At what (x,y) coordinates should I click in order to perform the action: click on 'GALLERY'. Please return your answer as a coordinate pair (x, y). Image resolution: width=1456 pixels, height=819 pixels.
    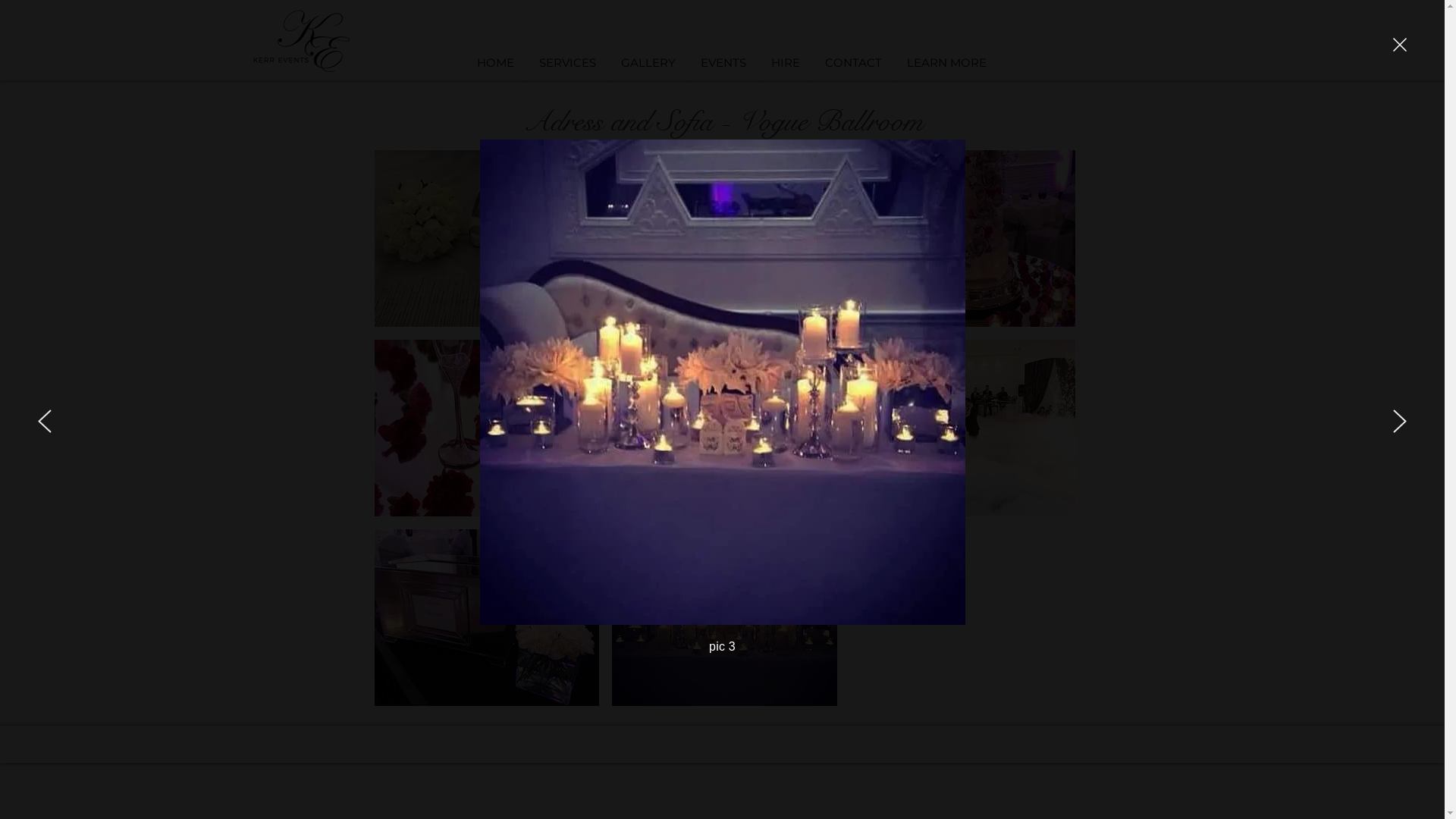
    Looking at the image, I should click on (607, 61).